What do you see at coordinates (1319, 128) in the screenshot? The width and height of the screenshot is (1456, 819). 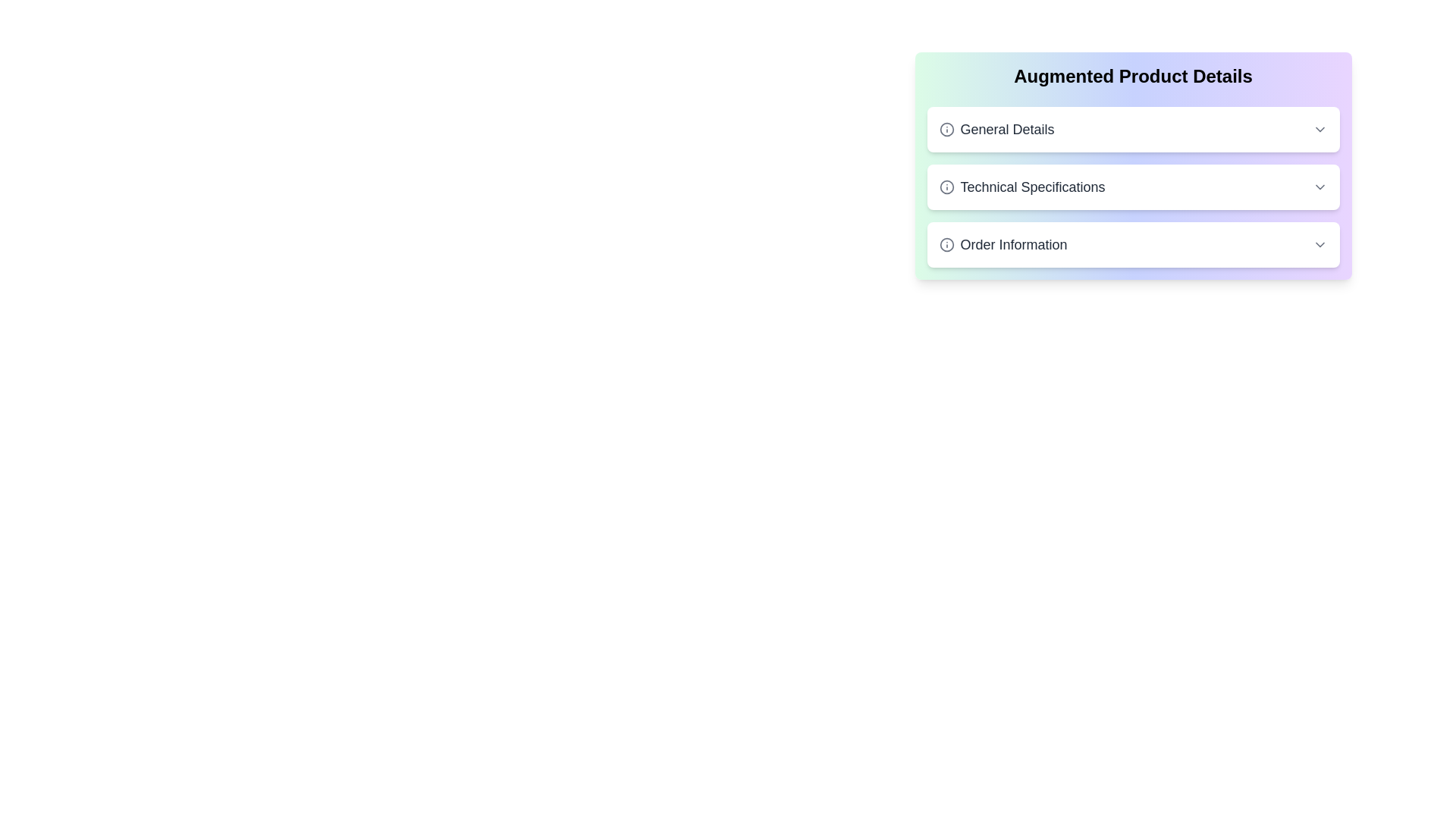 I see `the chevron down icon located at the far right of the row containing the 'General Details' label in the 'Augmented Product Details' section` at bounding box center [1319, 128].